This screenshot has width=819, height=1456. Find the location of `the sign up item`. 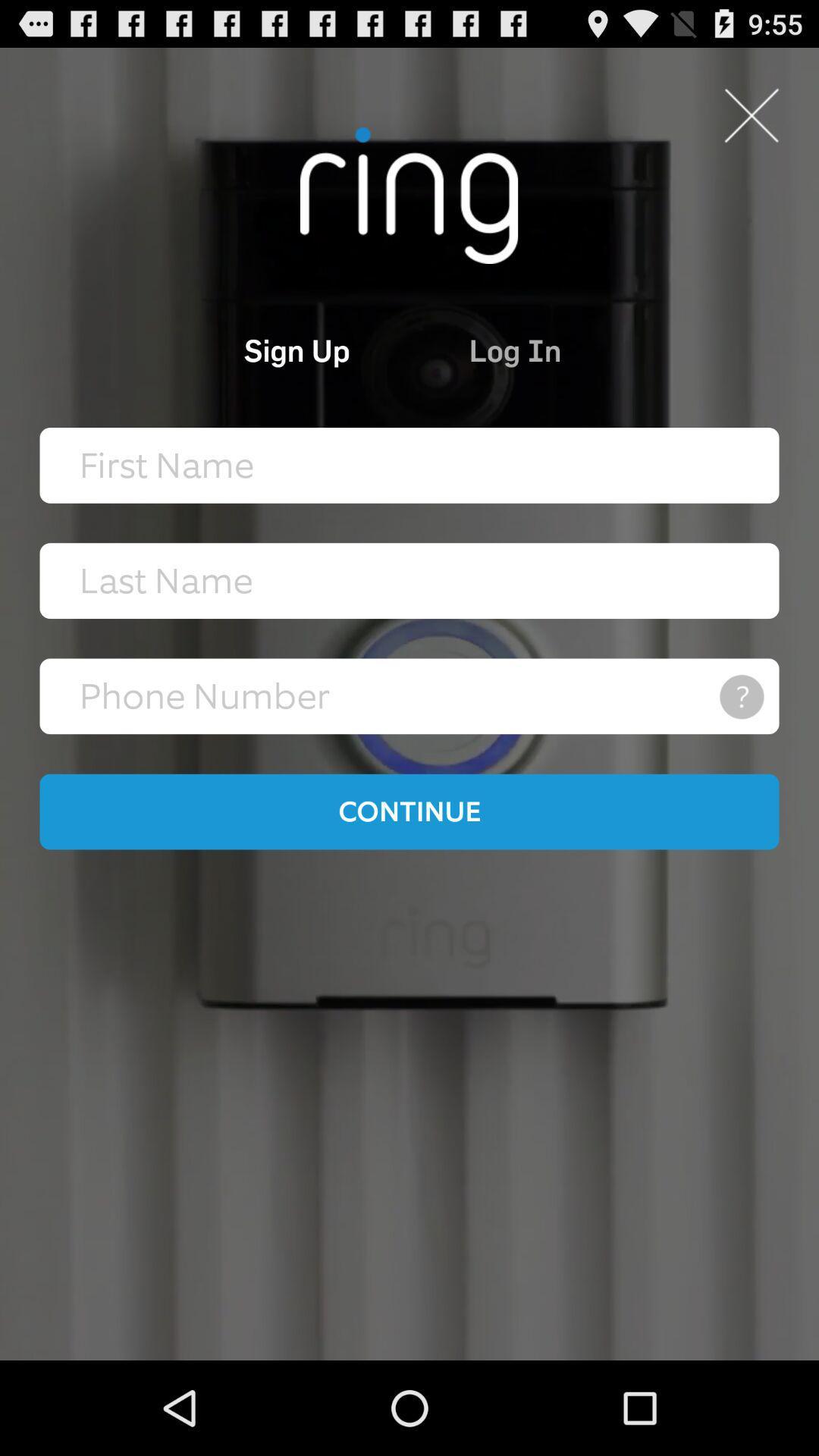

the sign up item is located at coordinates (234, 349).